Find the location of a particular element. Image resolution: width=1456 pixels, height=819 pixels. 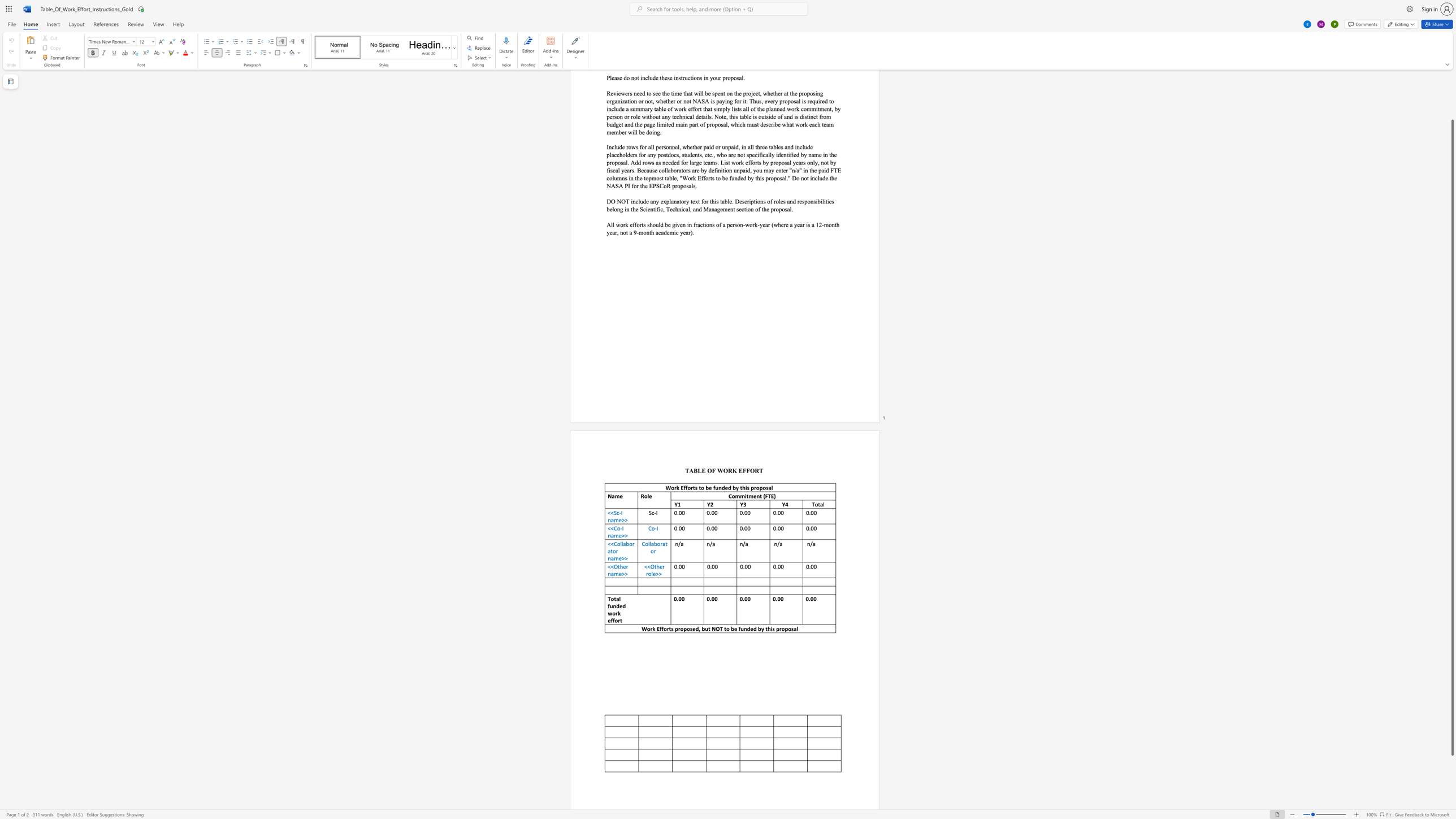

the scrollbar to move the page upward is located at coordinates (1451, 105).